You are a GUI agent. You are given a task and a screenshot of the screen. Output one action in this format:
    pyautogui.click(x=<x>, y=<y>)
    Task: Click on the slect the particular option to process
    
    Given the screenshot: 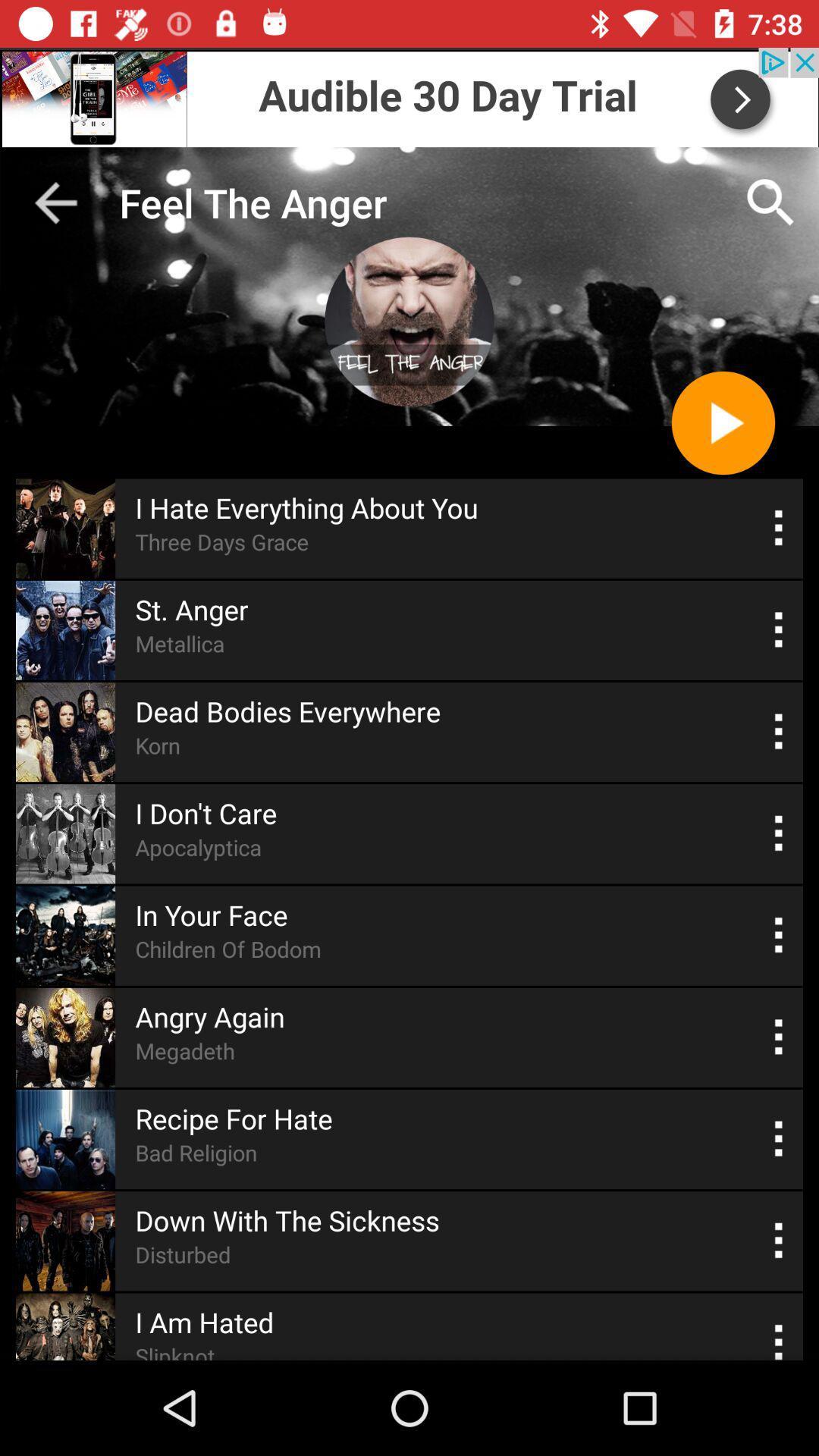 What is the action you would take?
    pyautogui.click(x=779, y=1139)
    